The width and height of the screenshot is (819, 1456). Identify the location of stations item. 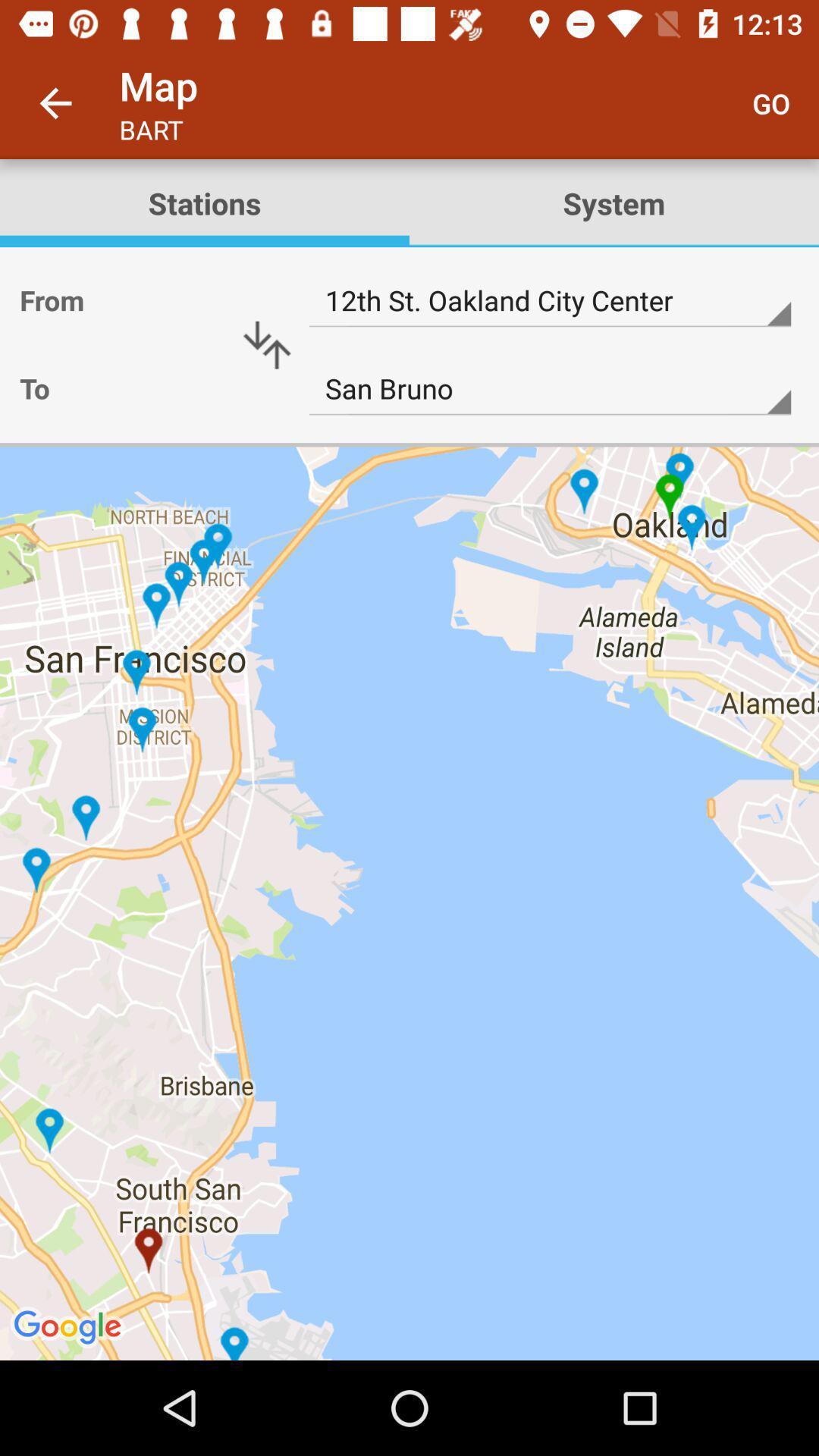
(205, 202).